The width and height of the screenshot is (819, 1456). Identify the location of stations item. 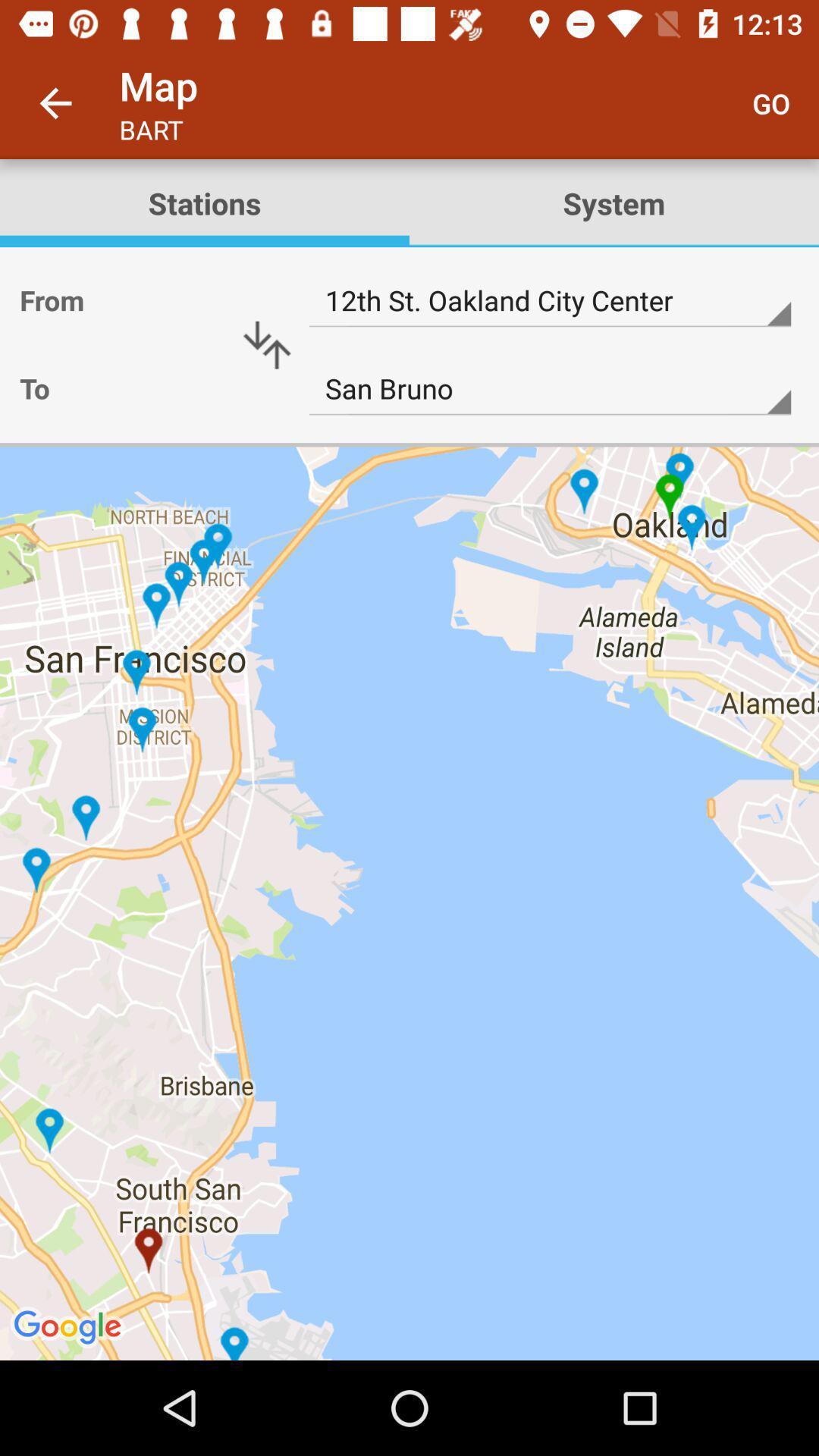
(205, 202).